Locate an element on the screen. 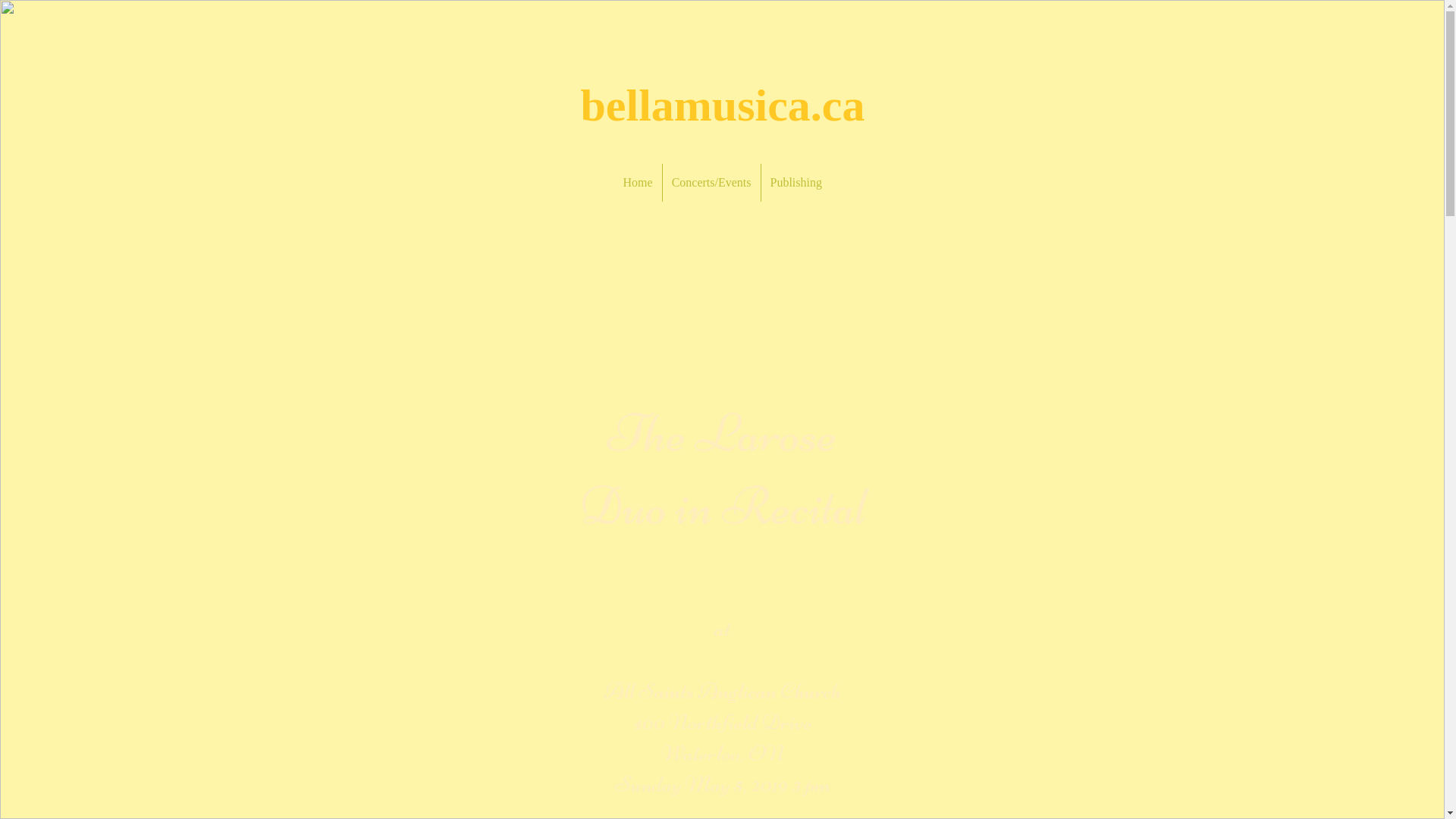 The width and height of the screenshot is (1456, 819). 'Home' is located at coordinates (638, 181).